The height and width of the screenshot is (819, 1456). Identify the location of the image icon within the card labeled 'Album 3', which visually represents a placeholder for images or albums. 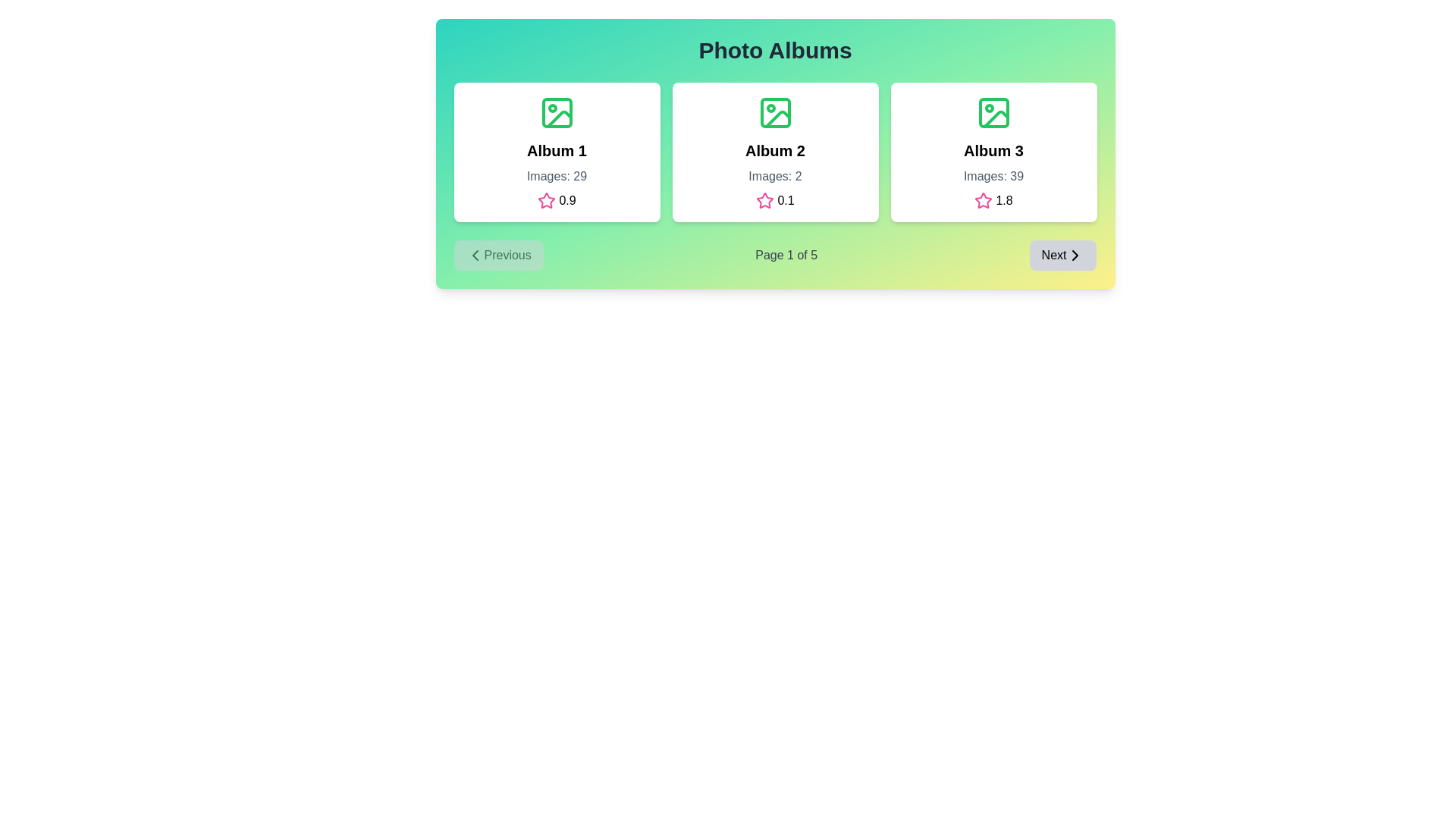
(993, 112).